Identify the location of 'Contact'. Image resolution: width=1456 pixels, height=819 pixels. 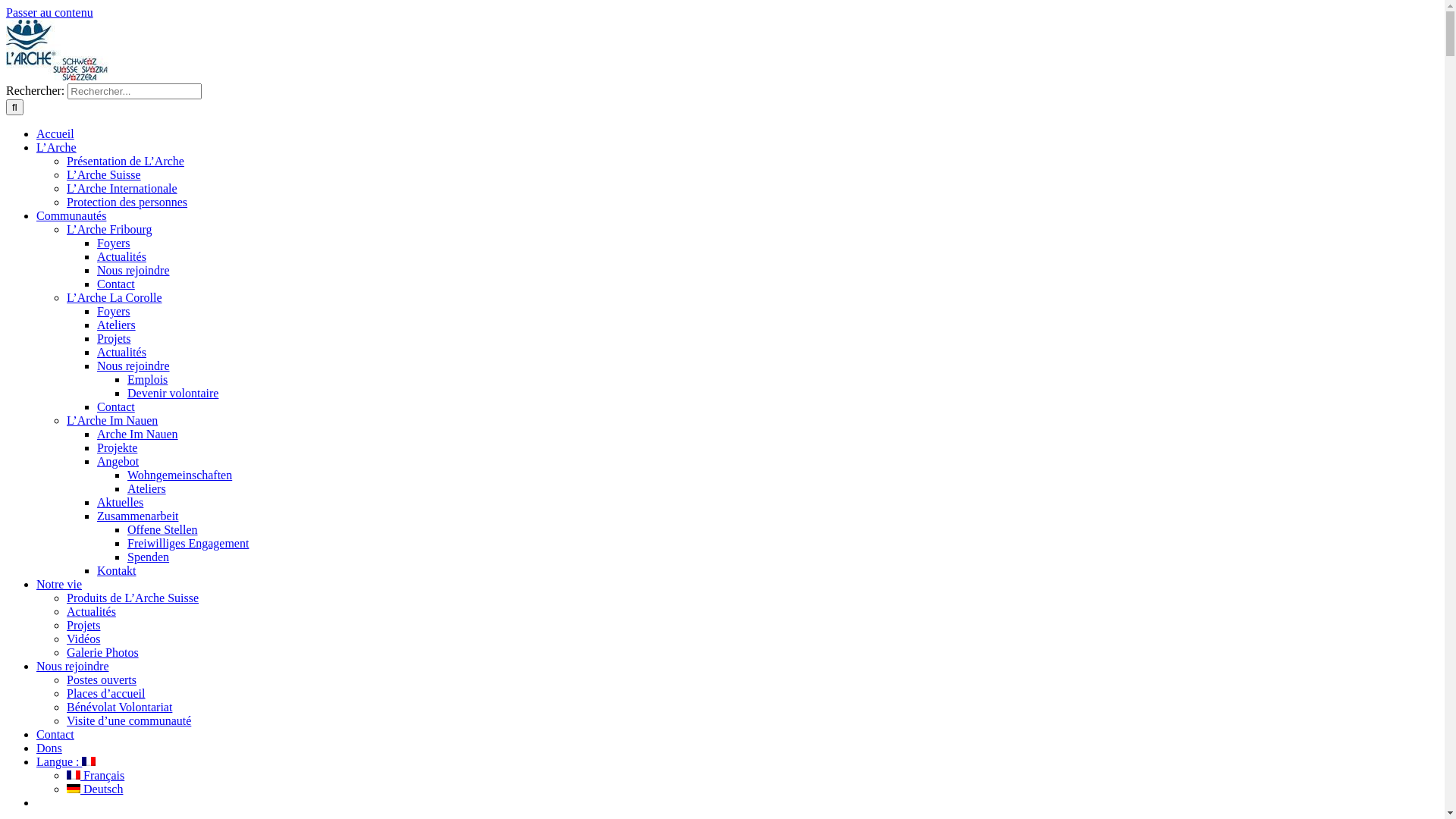
(115, 406).